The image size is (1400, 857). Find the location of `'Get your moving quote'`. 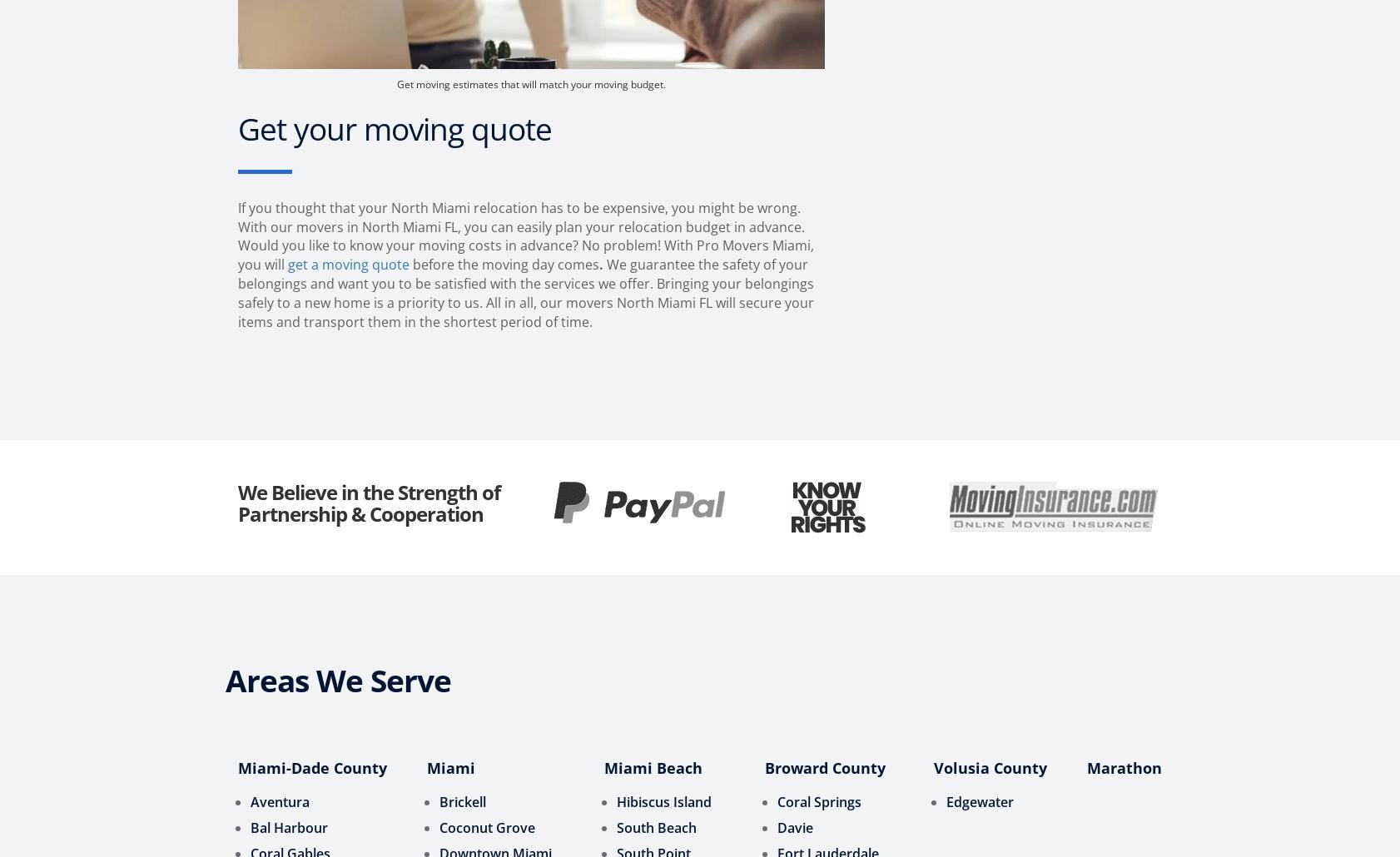

'Get your moving quote' is located at coordinates (395, 126).